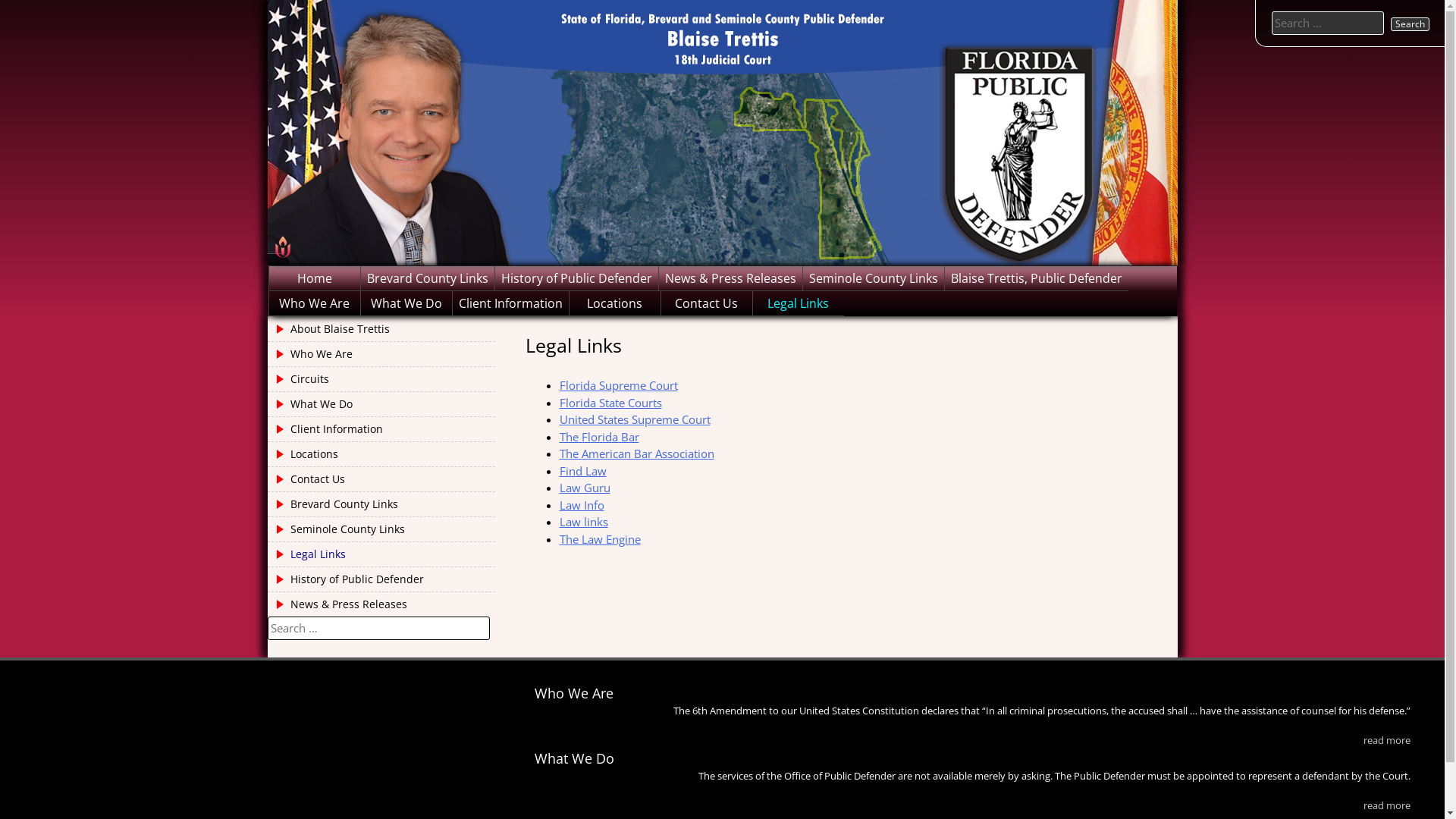 This screenshot has height=819, width=1456. What do you see at coordinates (584, 488) in the screenshot?
I see `'Law Guru'` at bounding box center [584, 488].